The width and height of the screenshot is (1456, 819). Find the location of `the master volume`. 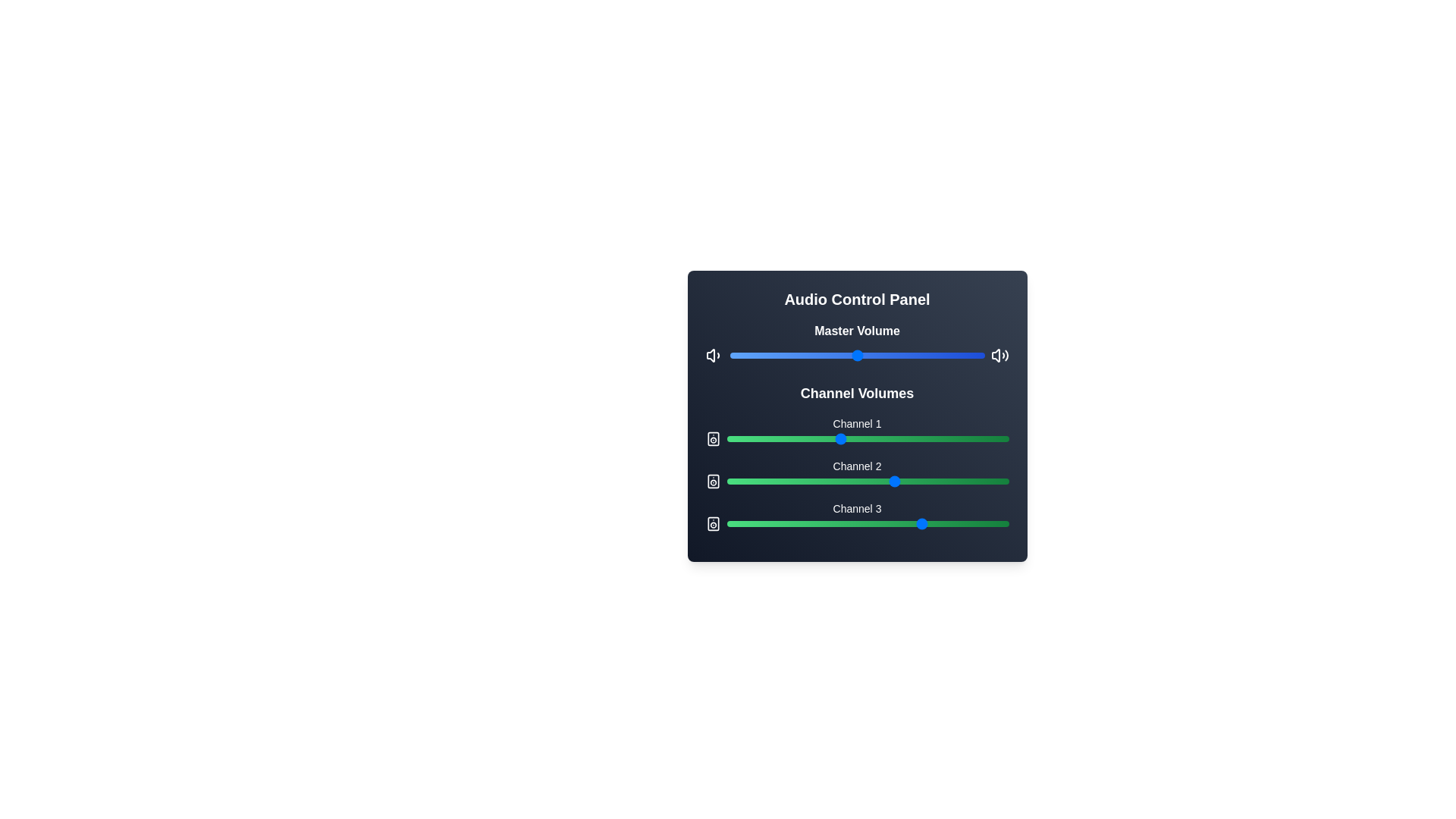

the master volume is located at coordinates (938, 356).